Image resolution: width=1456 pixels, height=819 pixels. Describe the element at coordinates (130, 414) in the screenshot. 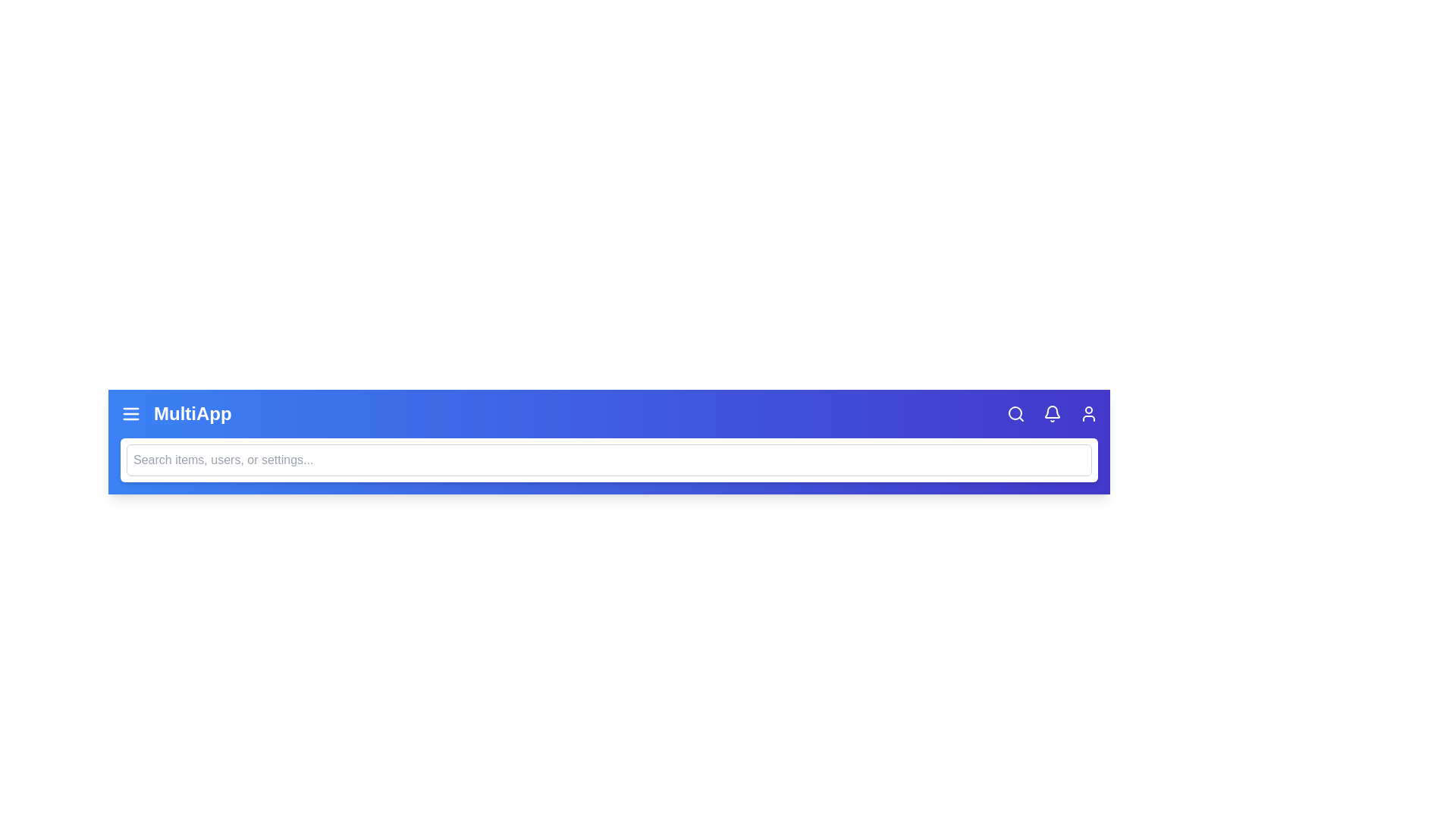

I see `the menu button in the MultiPurposeAppBar` at that location.